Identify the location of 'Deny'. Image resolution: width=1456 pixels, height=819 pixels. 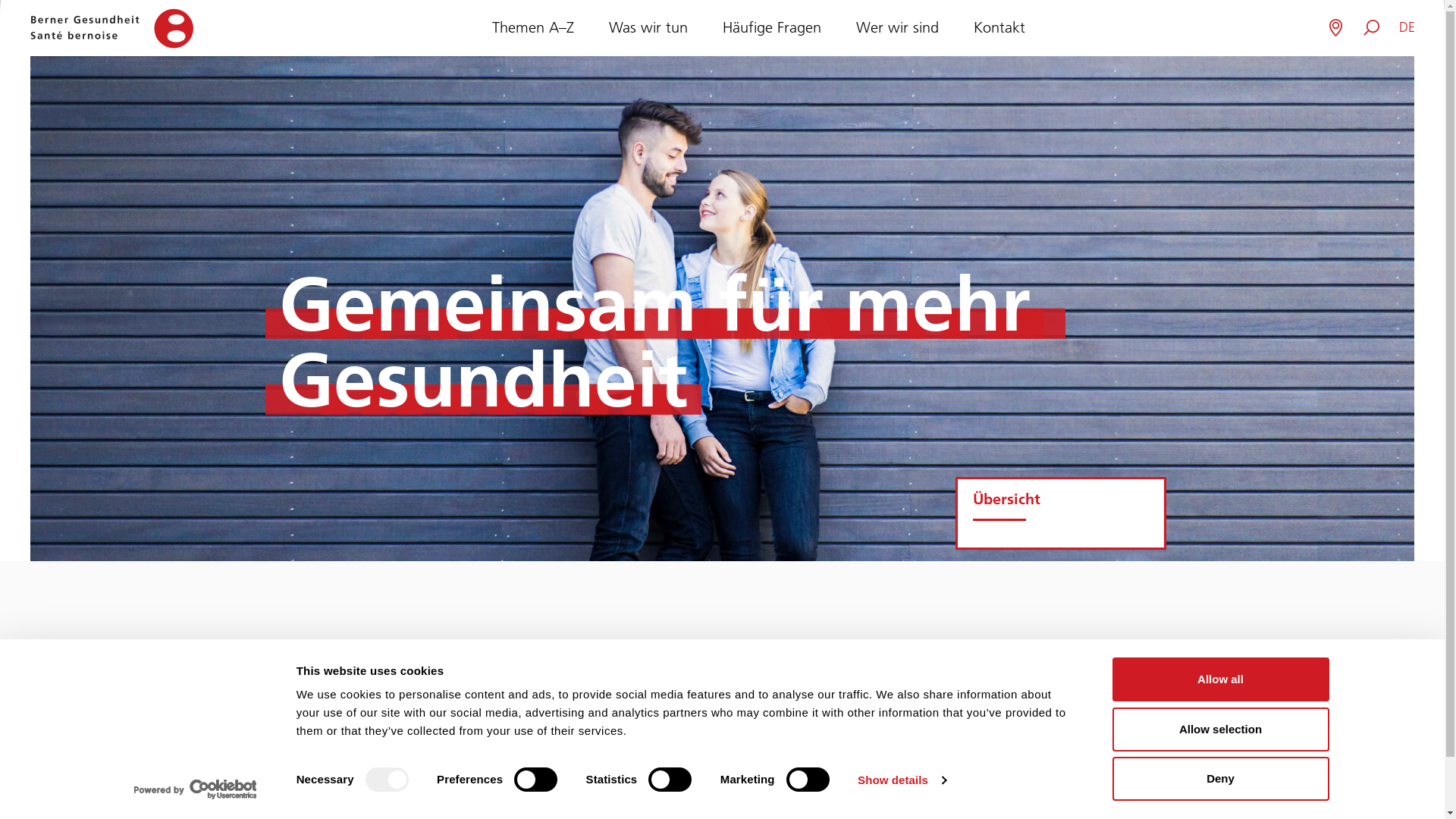
(1111, 778).